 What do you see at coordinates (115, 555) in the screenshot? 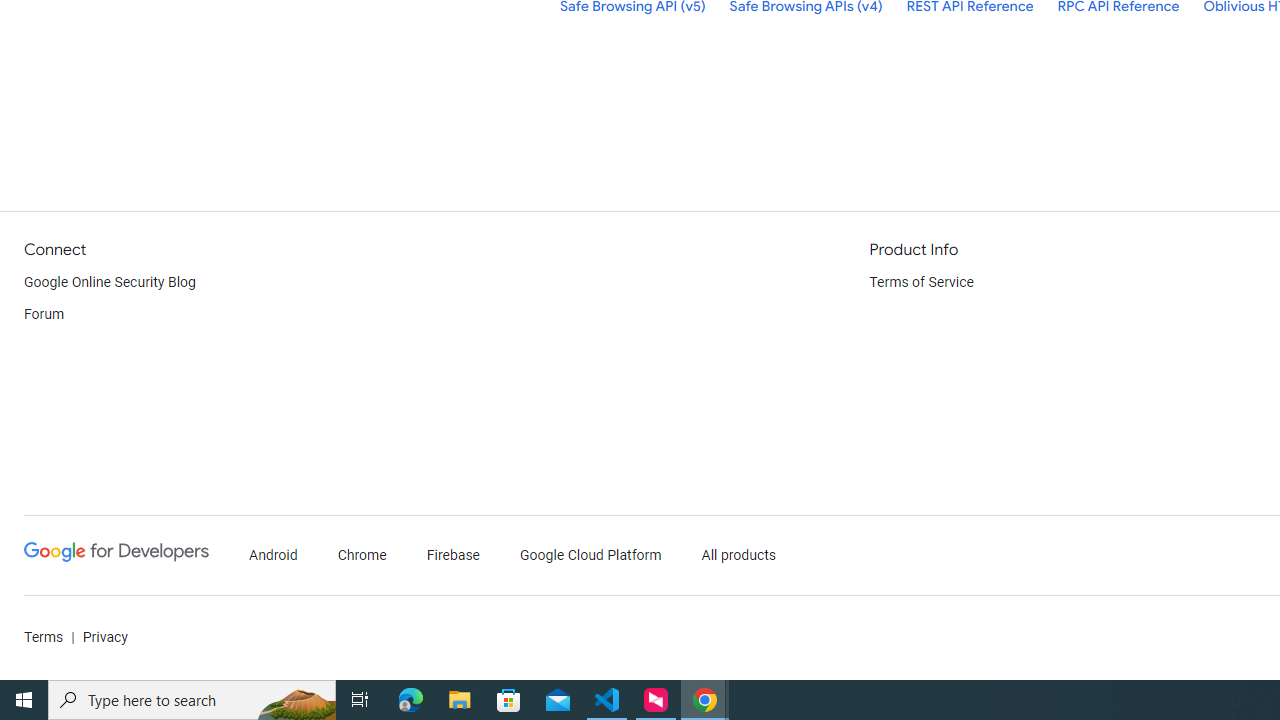
I see `'Google Developers'` at bounding box center [115, 555].